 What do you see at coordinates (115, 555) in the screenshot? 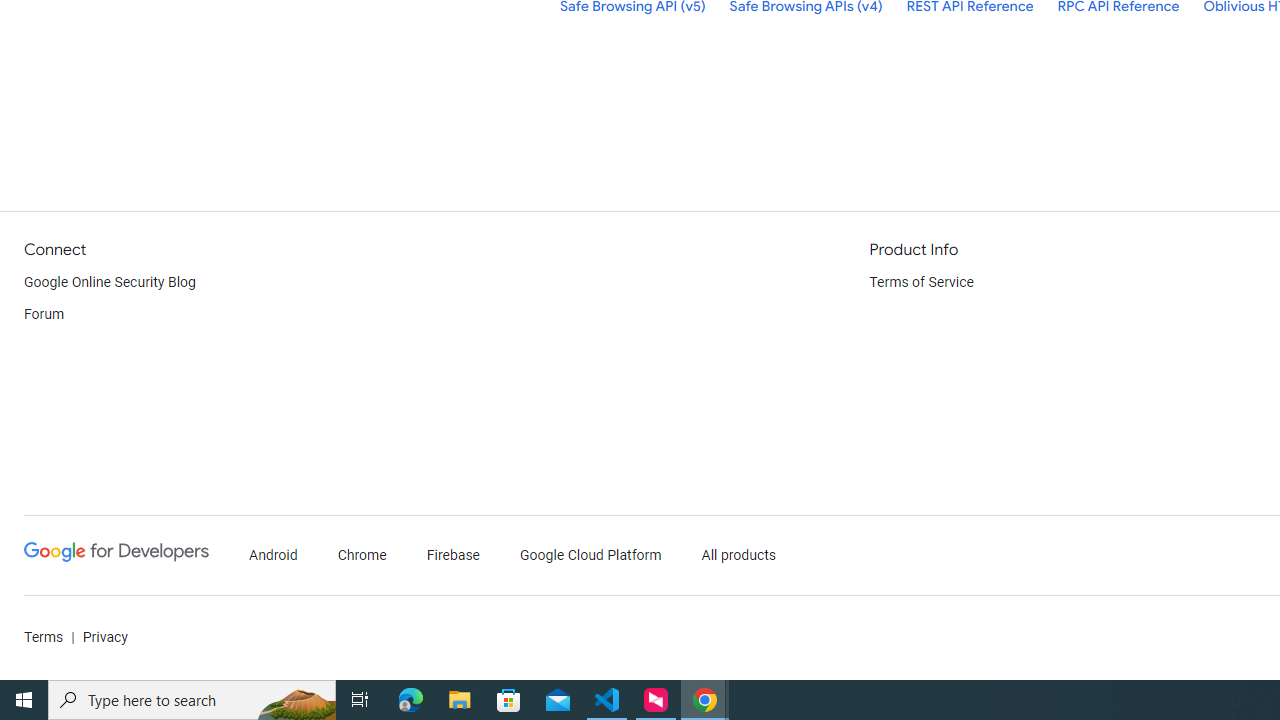
I see `'Google Developers'` at bounding box center [115, 555].